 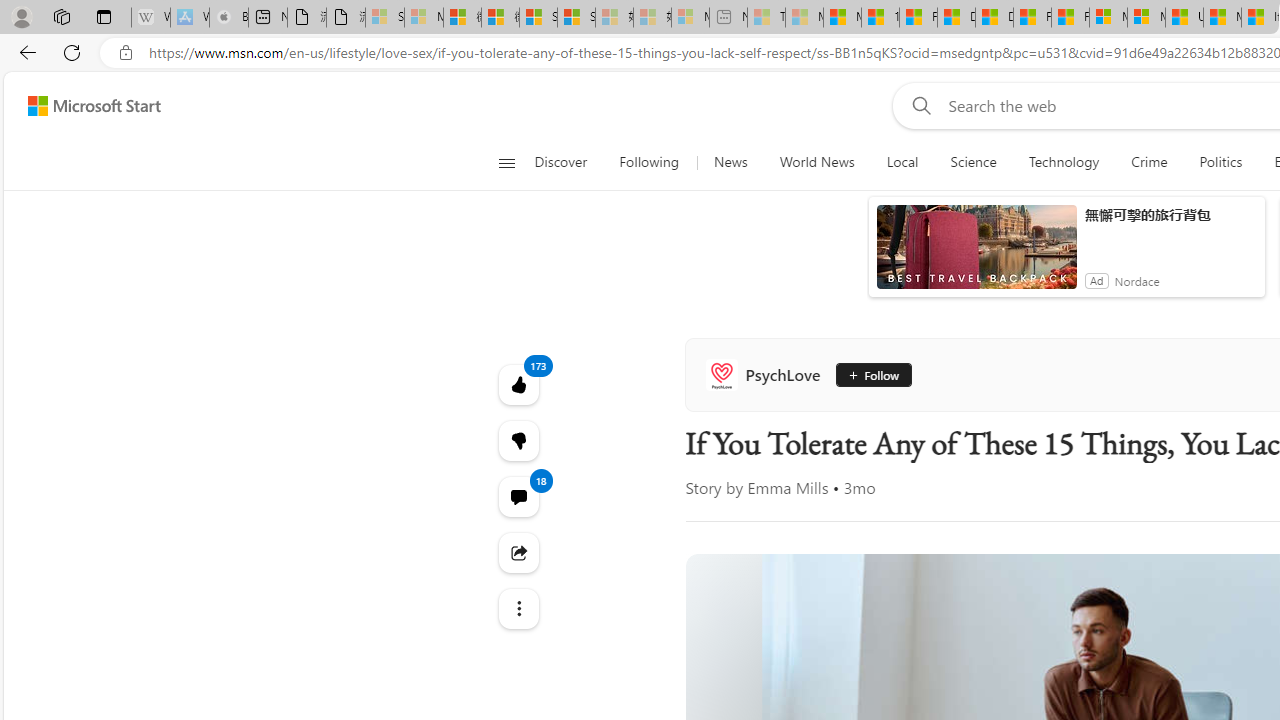 What do you see at coordinates (816, 162) in the screenshot?
I see `'World News'` at bounding box center [816, 162].